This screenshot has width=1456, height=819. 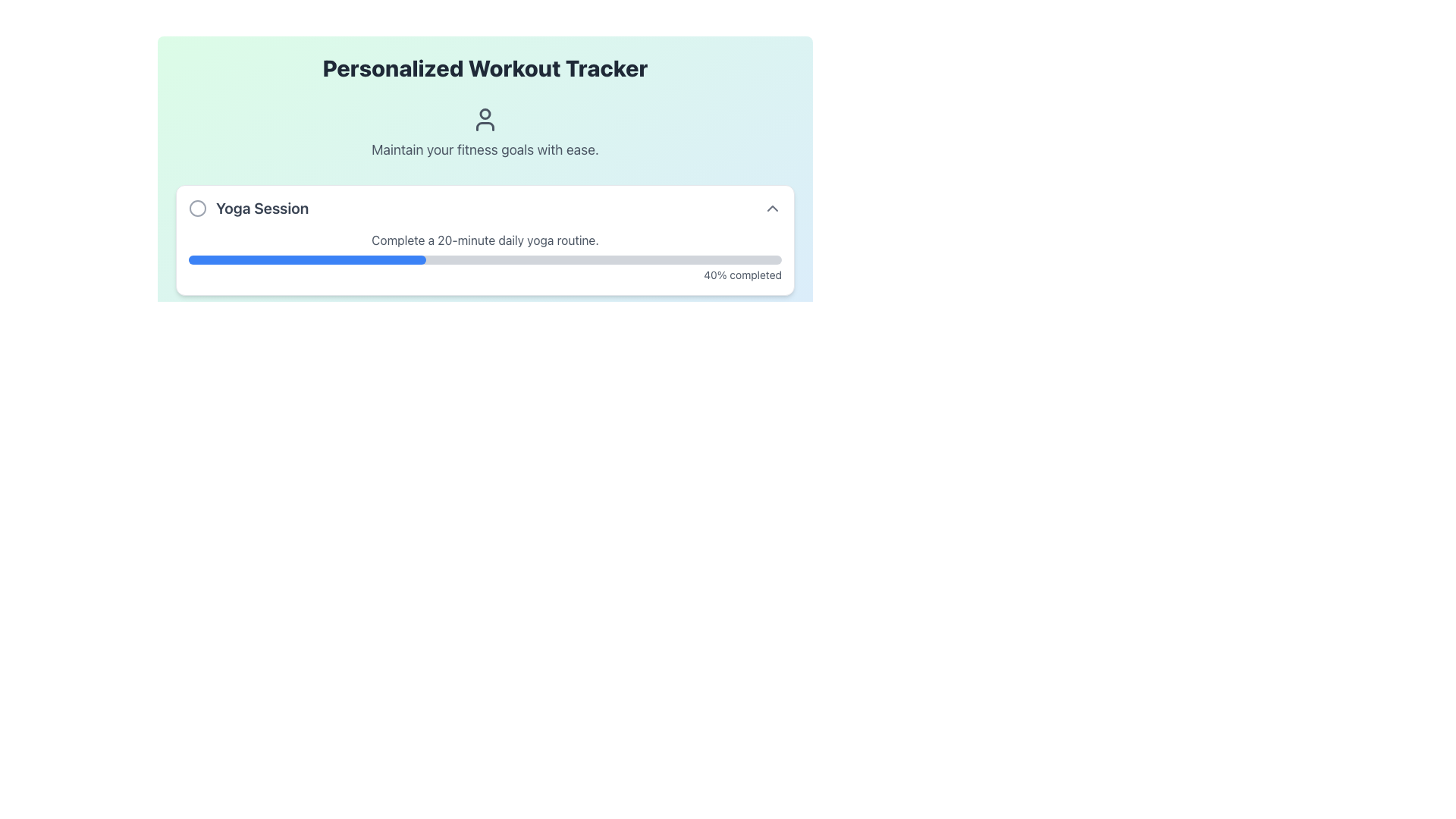 I want to click on the text element that reads 'Complete a 20-minute daily yoga routine.' located below the 'Yoga Session' title, so click(x=484, y=239).